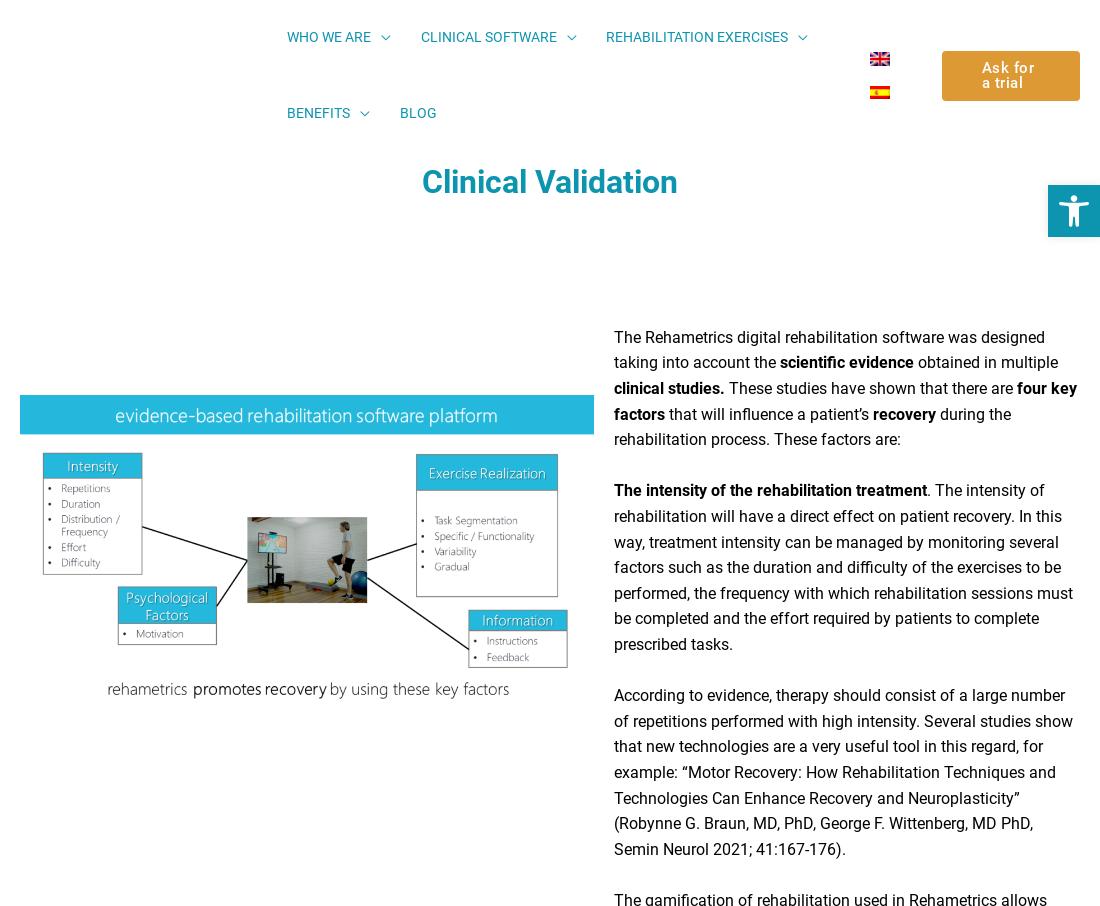 The height and width of the screenshot is (906, 1100). I want to click on 'recovery', so click(870, 421).